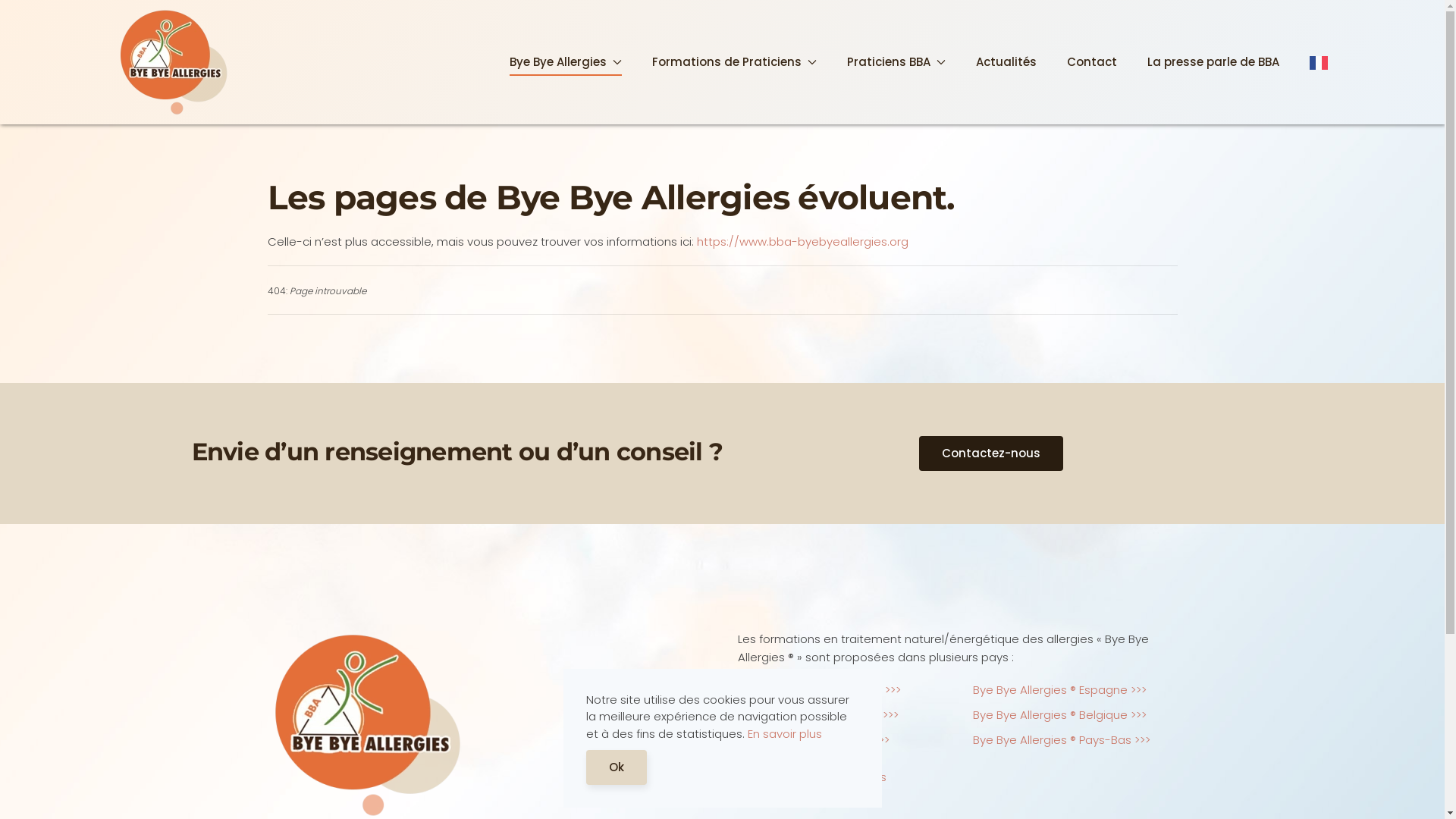  I want to click on 'https://www.bba-byebyeallergies.org', so click(801, 240).